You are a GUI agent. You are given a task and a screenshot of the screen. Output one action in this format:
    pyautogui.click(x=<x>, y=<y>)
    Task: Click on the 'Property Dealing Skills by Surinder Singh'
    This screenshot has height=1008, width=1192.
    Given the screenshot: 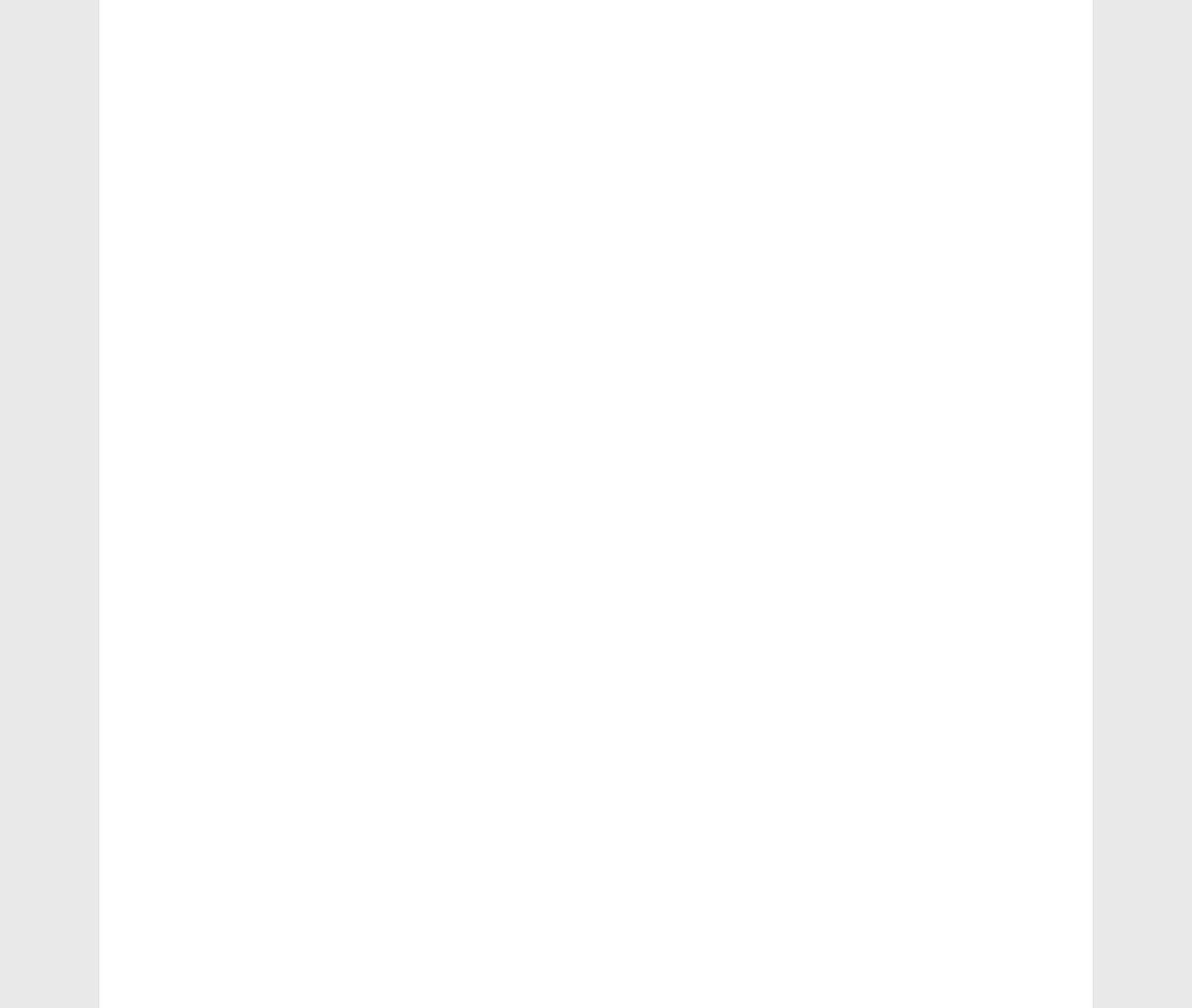 What is the action you would take?
    pyautogui.click(x=954, y=540)
    